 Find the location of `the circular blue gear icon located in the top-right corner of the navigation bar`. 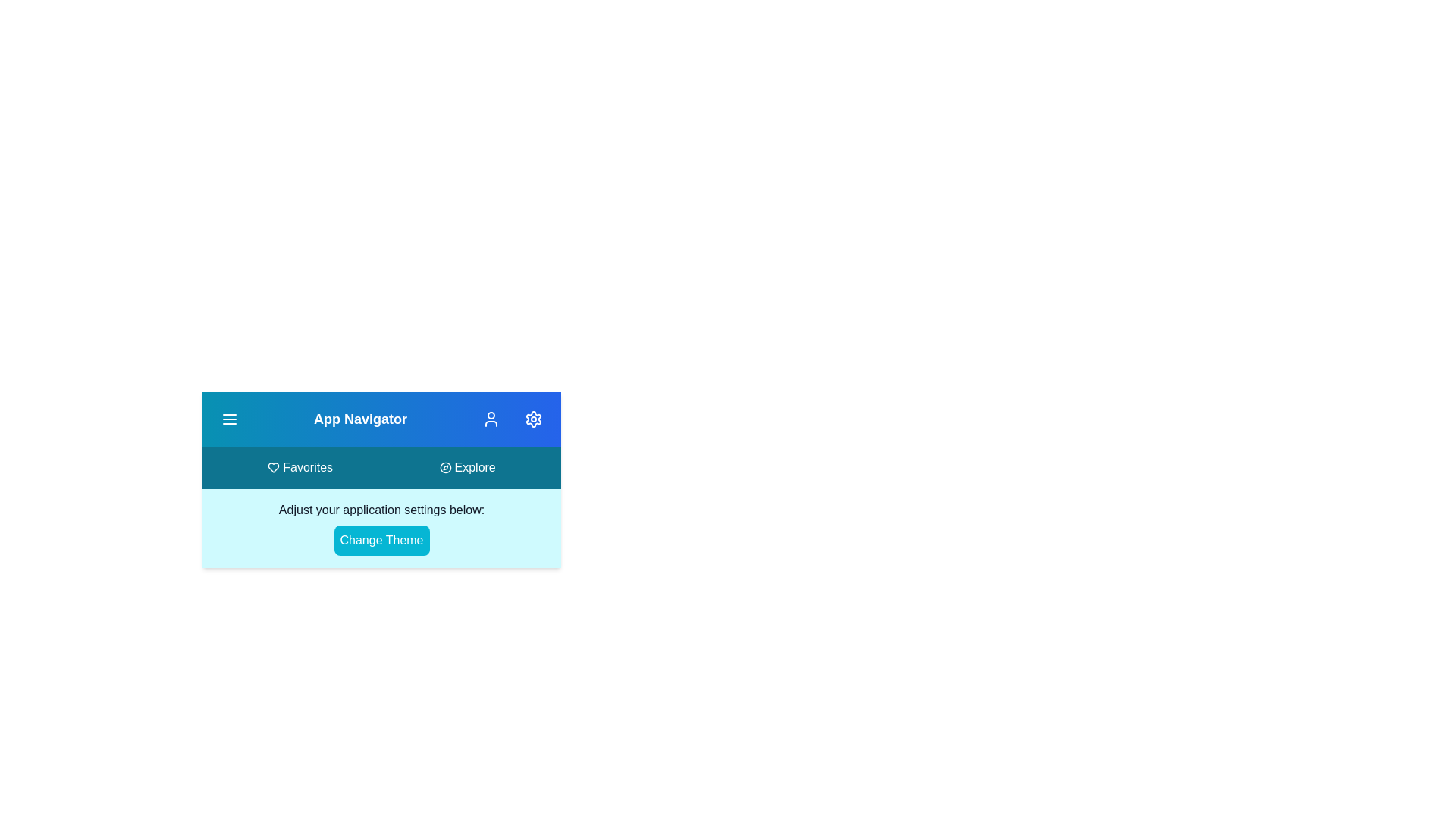

the circular blue gear icon located in the top-right corner of the navigation bar is located at coordinates (534, 419).